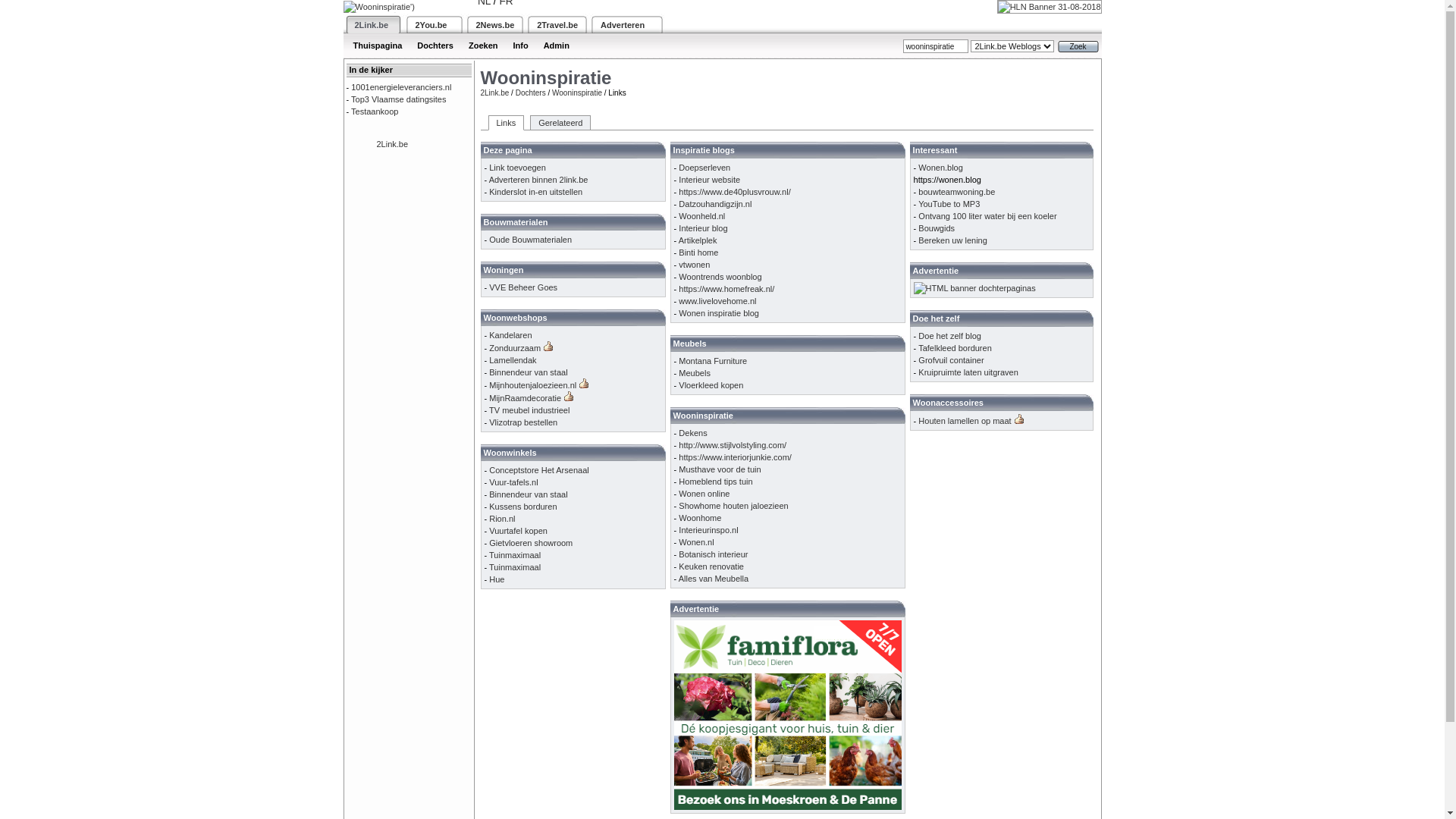 The image size is (1456, 819). Describe the element at coordinates (987, 216) in the screenshot. I see `'Ontvang 100 liter water bij een koeler'` at that location.